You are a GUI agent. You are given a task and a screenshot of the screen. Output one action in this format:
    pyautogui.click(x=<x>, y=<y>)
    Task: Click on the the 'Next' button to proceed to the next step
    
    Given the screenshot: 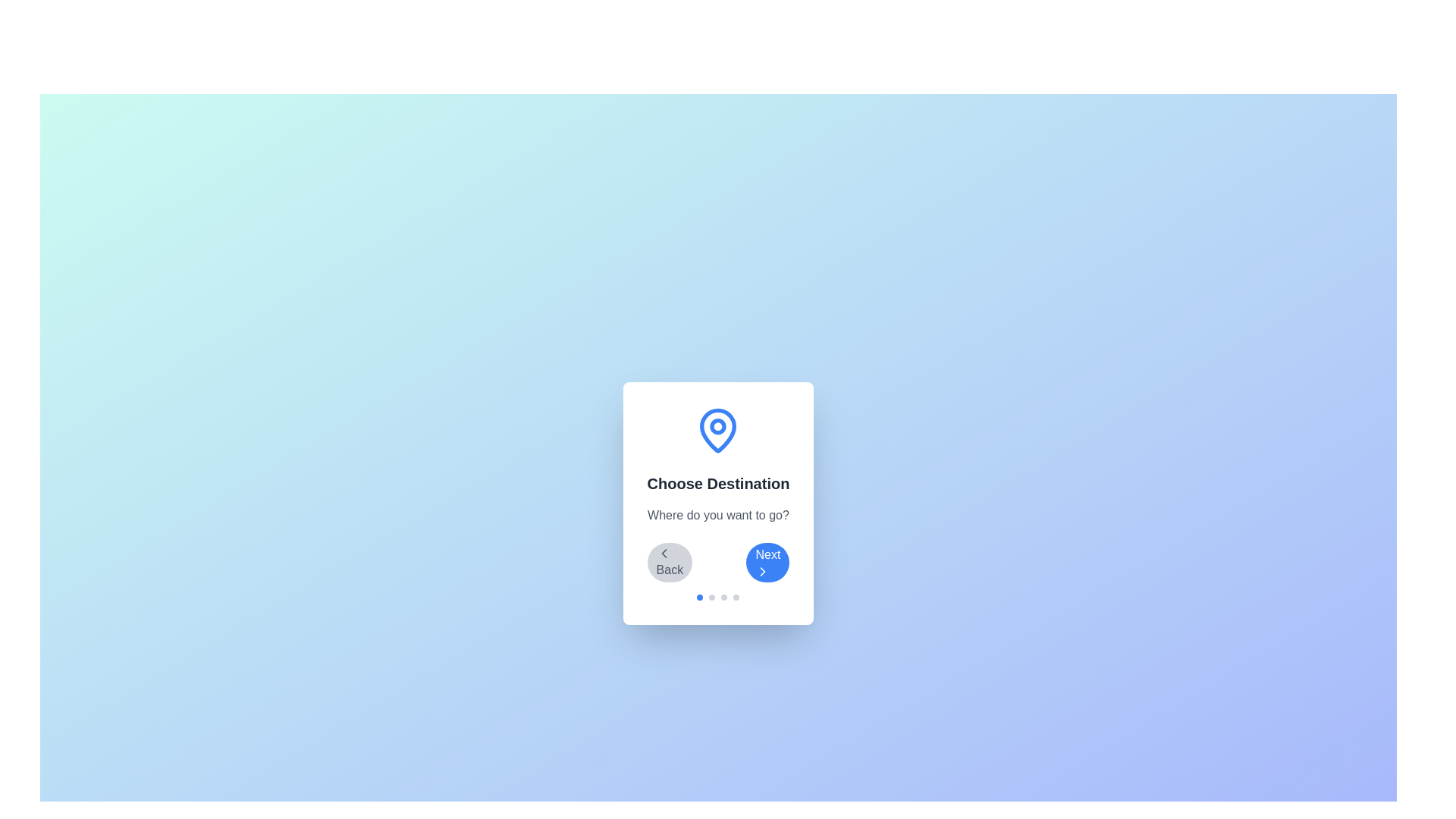 What is the action you would take?
    pyautogui.click(x=767, y=562)
    